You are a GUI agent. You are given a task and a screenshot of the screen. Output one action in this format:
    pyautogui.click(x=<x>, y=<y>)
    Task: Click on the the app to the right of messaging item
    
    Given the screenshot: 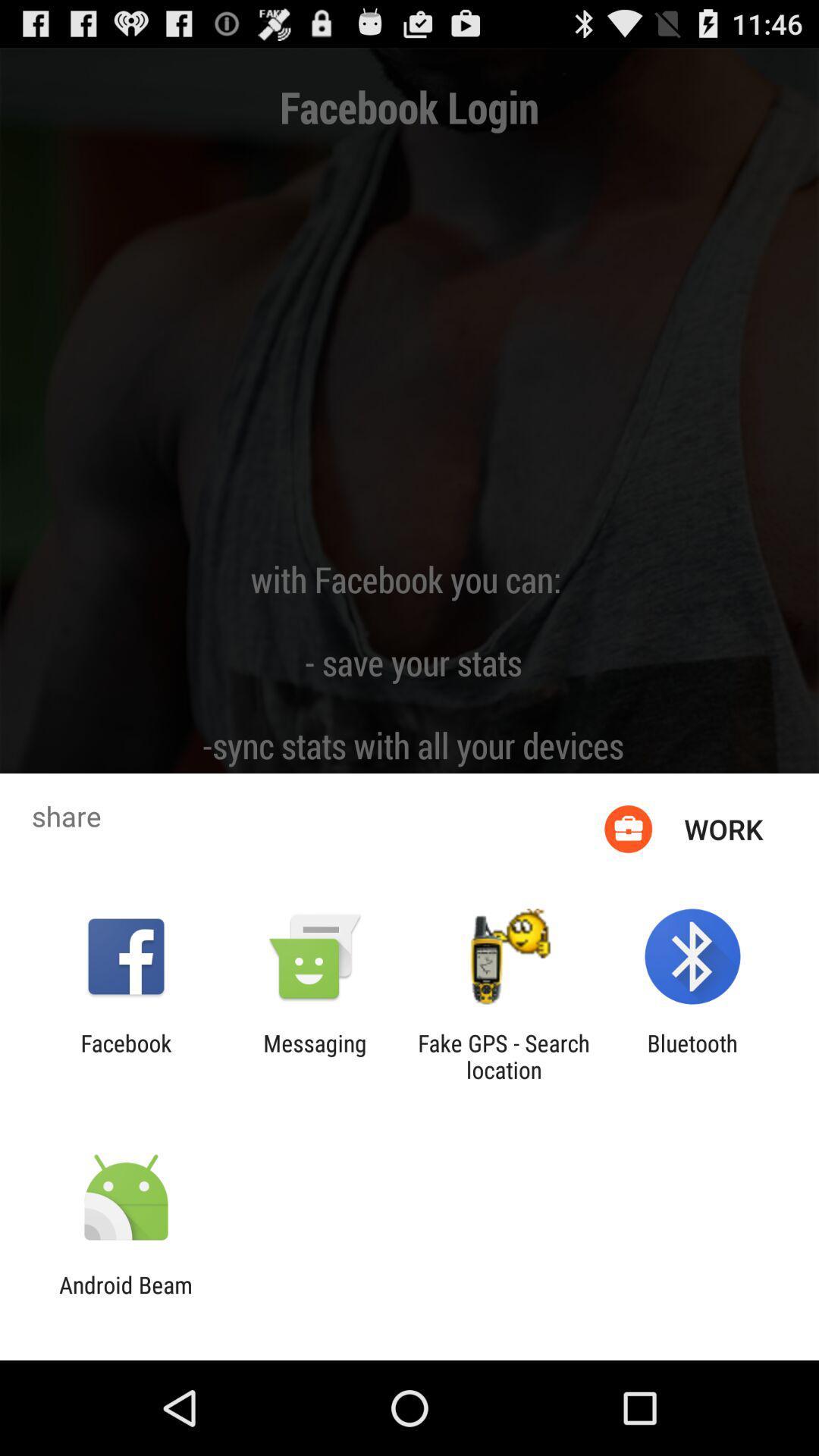 What is the action you would take?
    pyautogui.click(x=504, y=1056)
    